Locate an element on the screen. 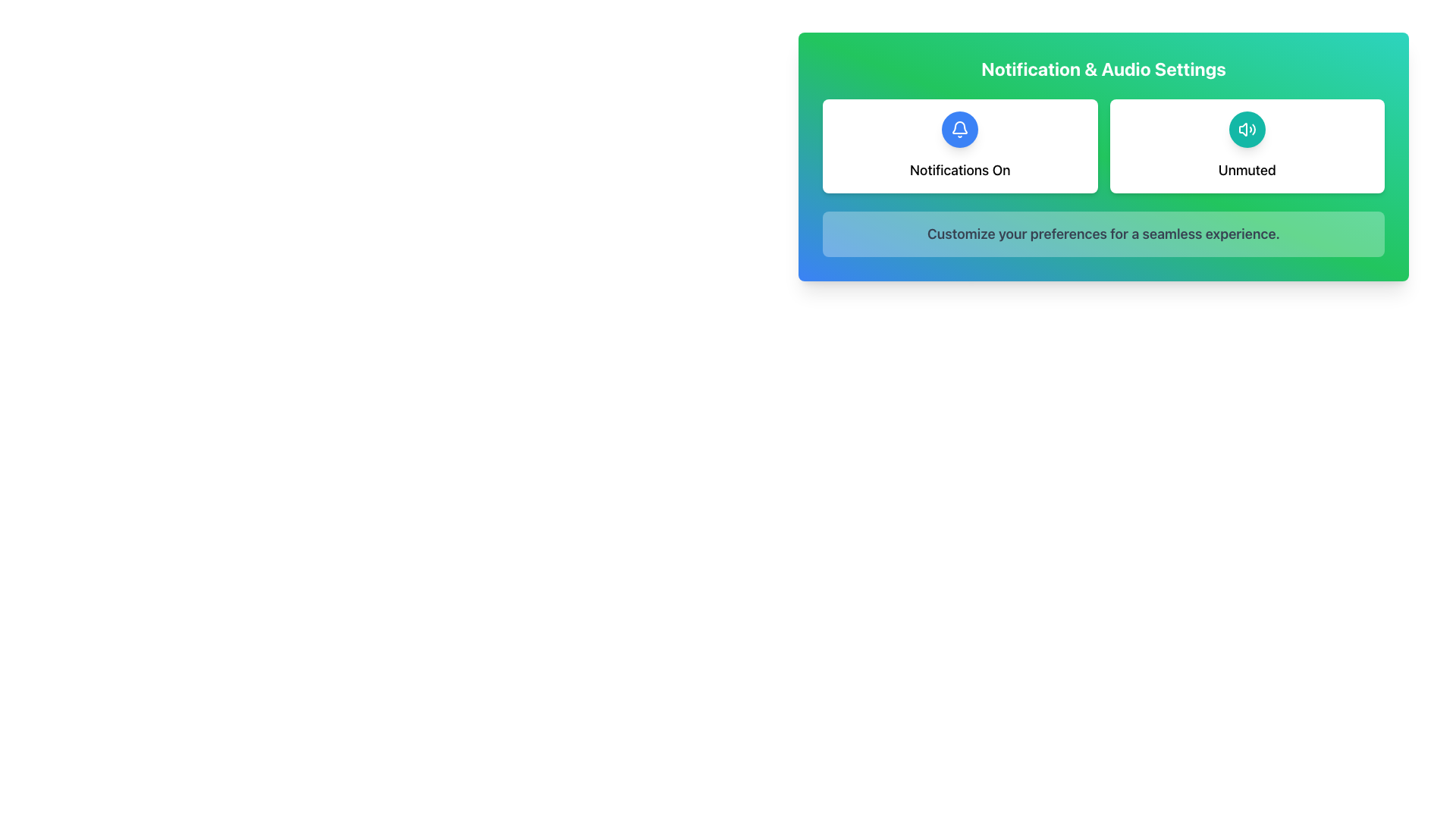 Image resolution: width=1456 pixels, height=819 pixels. the bell icon within the 'Notifications On' button located on the green-and-blue gradient panel is located at coordinates (959, 128).